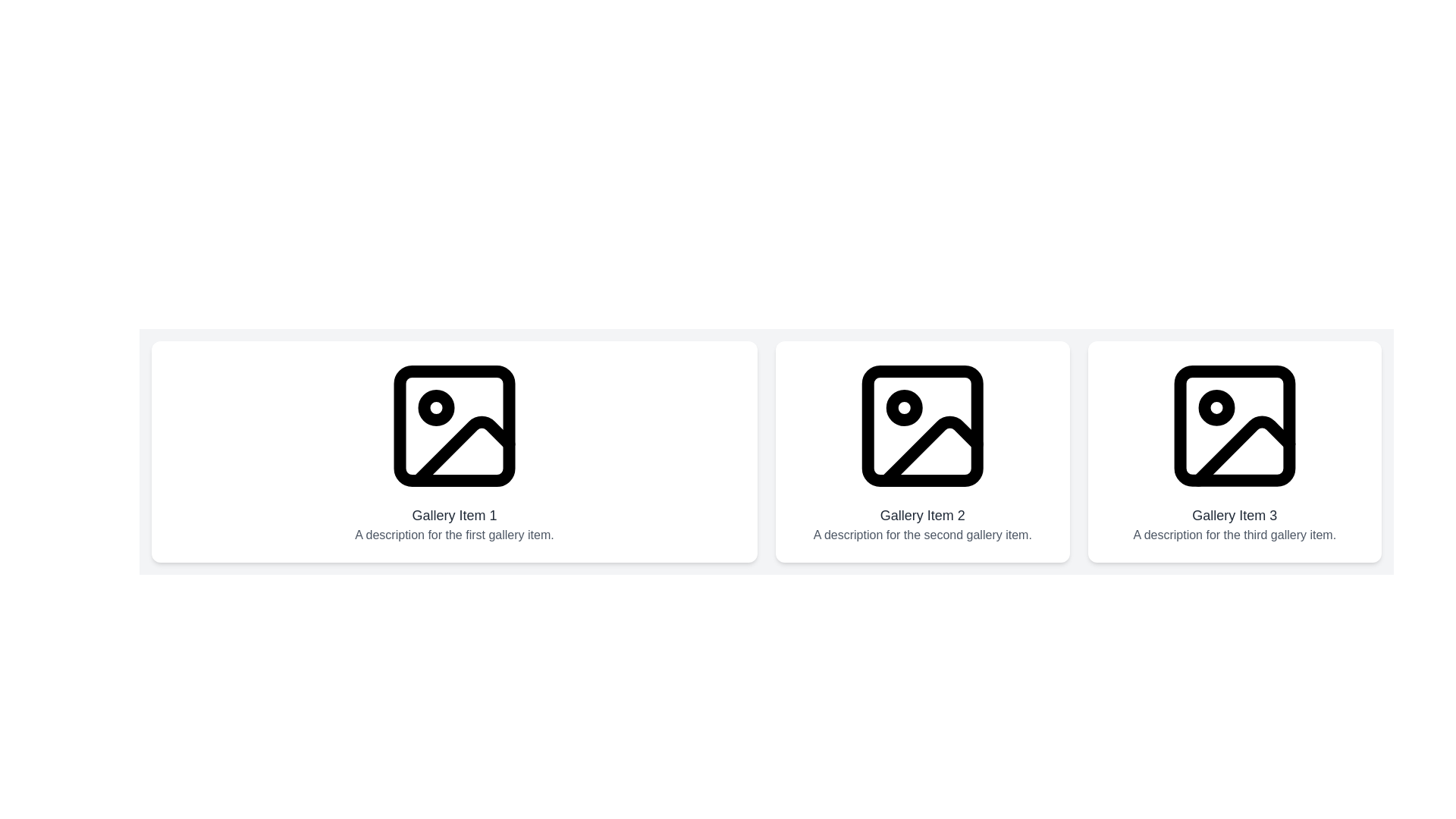 The image size is (1456, 819). What do you see at coordinates (1216, 406) in the screenshot?
I see `the small circular shape with a white fill and black border located in the top-left area of the third gallery item icon` at bounding box center [1216, 406].